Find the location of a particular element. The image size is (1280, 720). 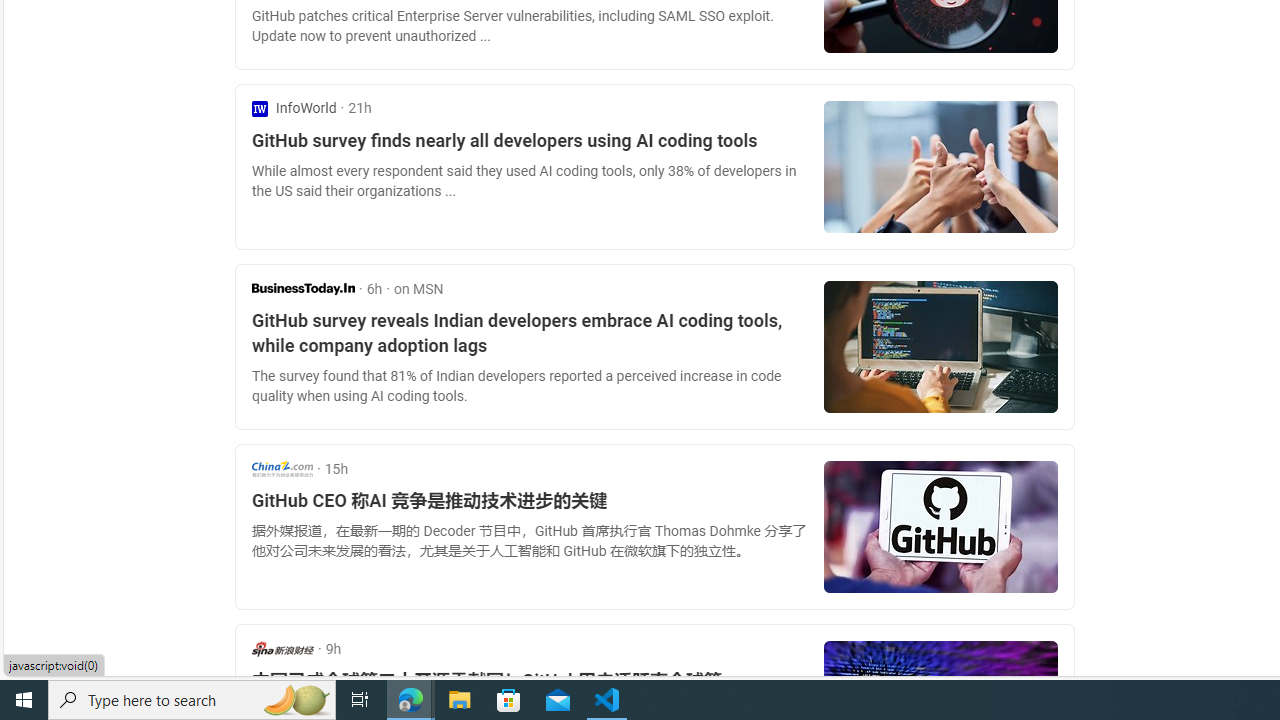

'Business Today' is located at coordinates (302, 288).